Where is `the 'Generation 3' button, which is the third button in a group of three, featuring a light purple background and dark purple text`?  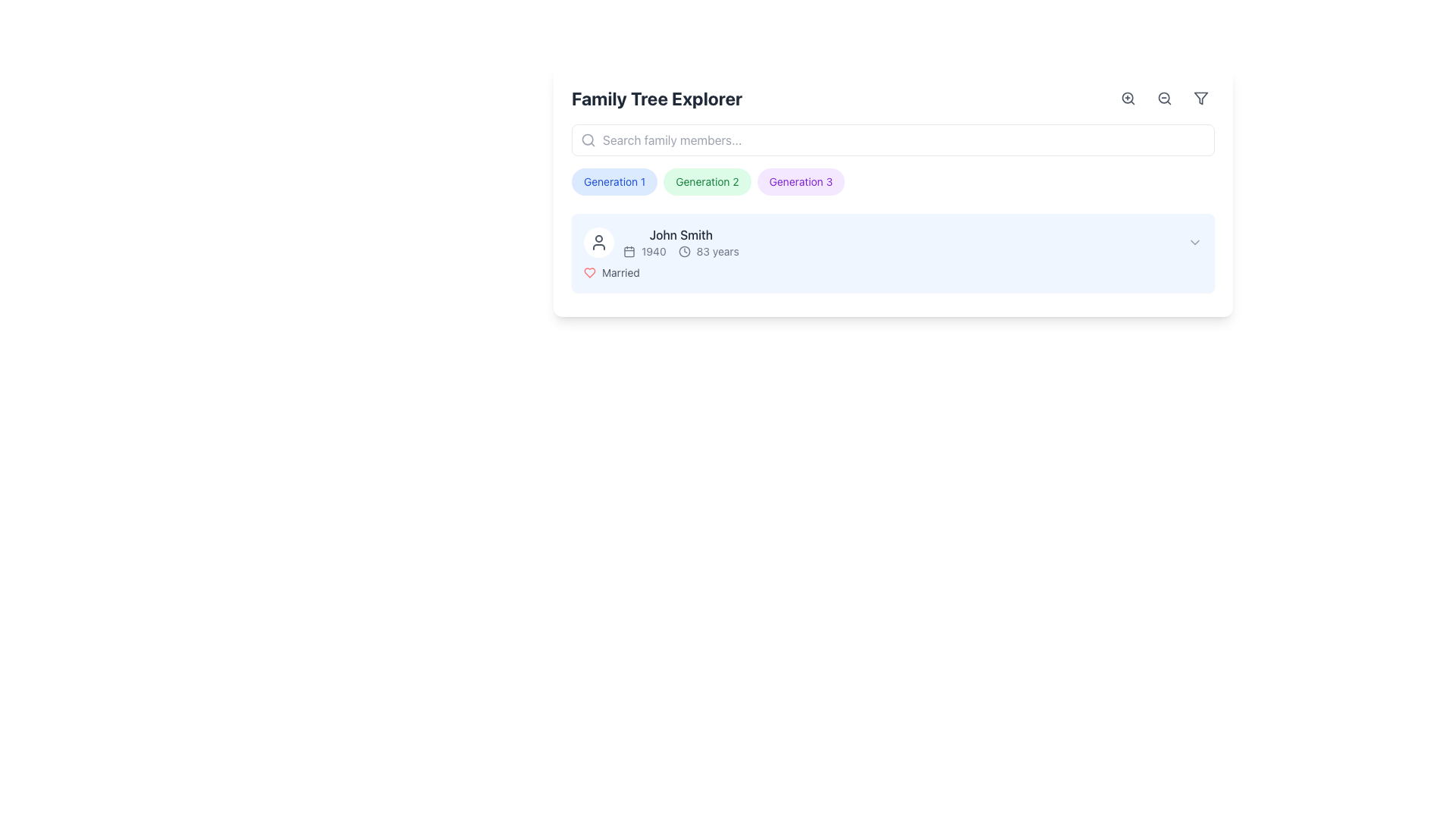
the 'Generation 3' button, which is the third button in a group of three, featuring a light purple background and dark purple text is located at coordinates (800, 180).